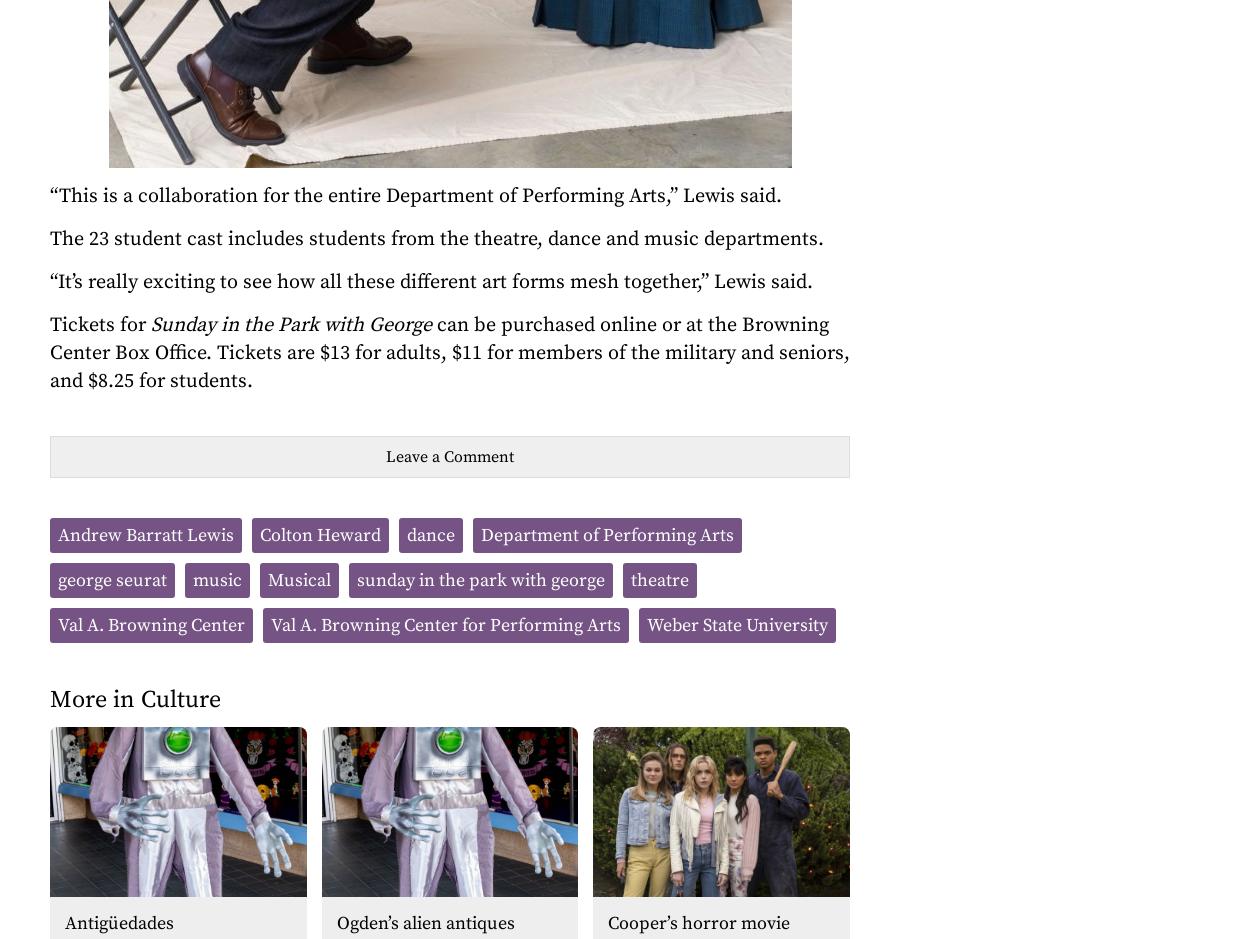 The height and width of the screenshot is (939, 1250). I want to click on 'dance', so click(431, 535).